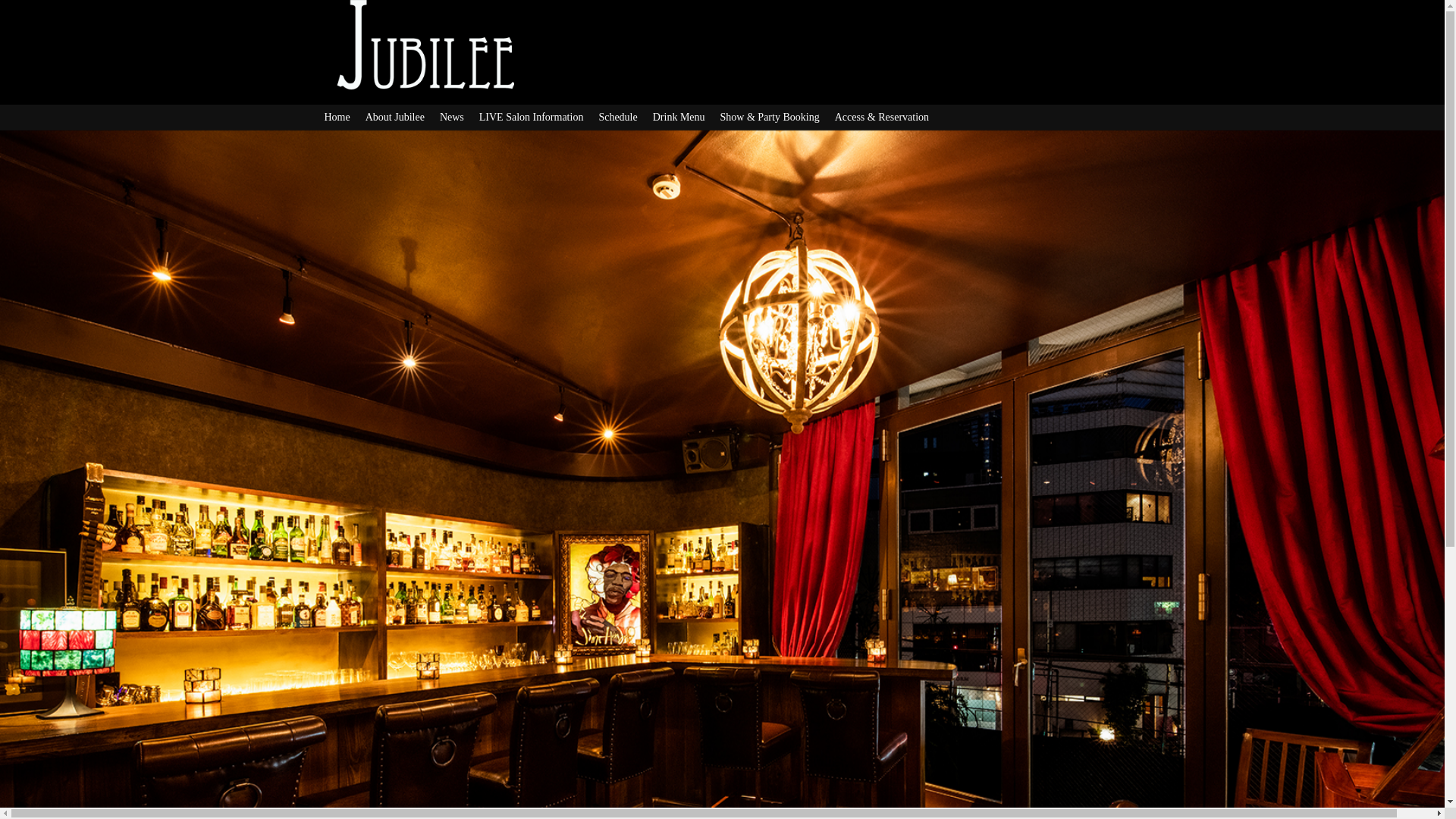 The width and height of the screenshot is (1456, 819). I want to click on 'Show & Party Booking', so click(720, 116).